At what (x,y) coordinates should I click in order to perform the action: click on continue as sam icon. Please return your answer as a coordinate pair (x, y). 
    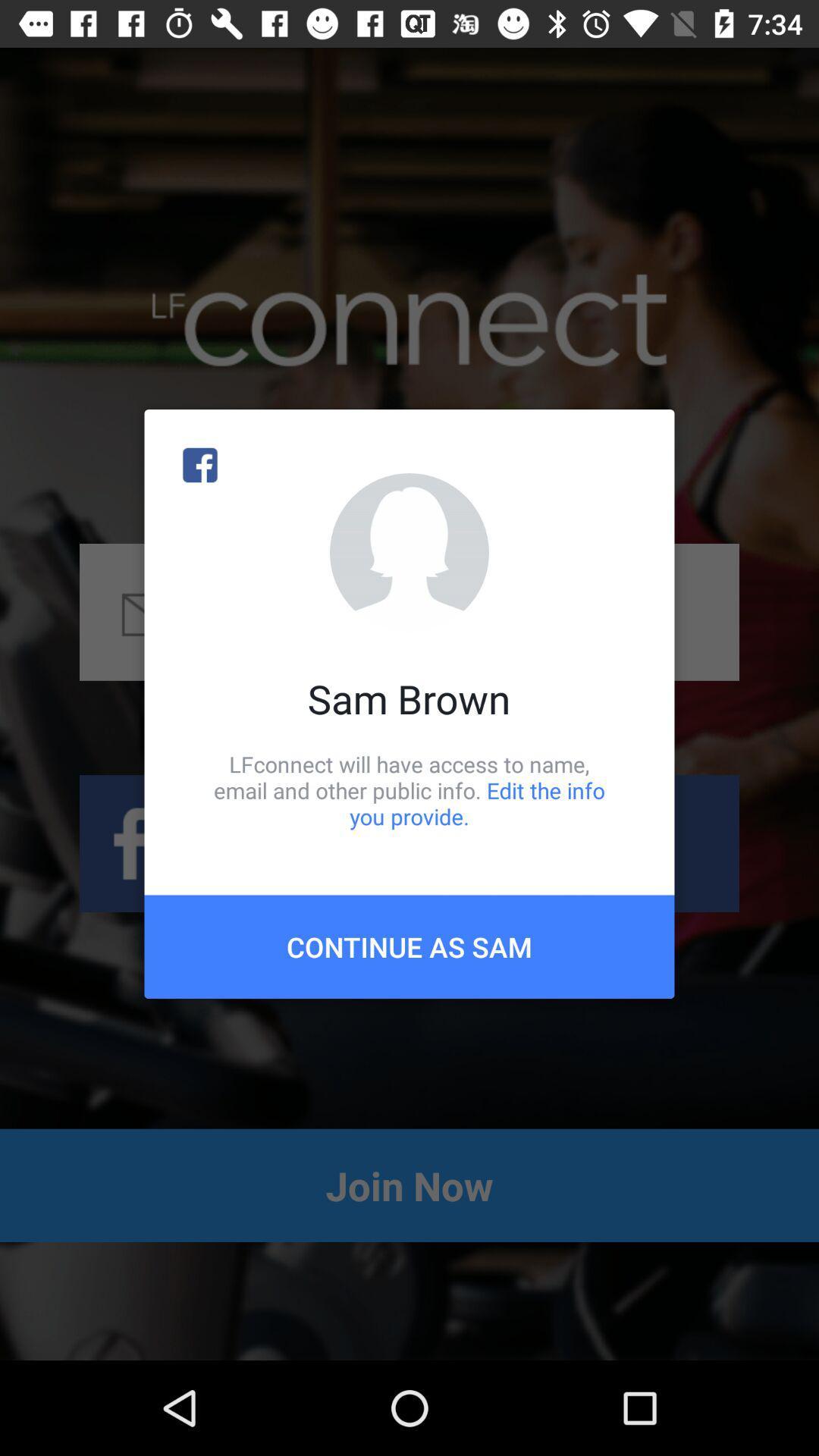
    Looking at the image, I should click on (409, 946).